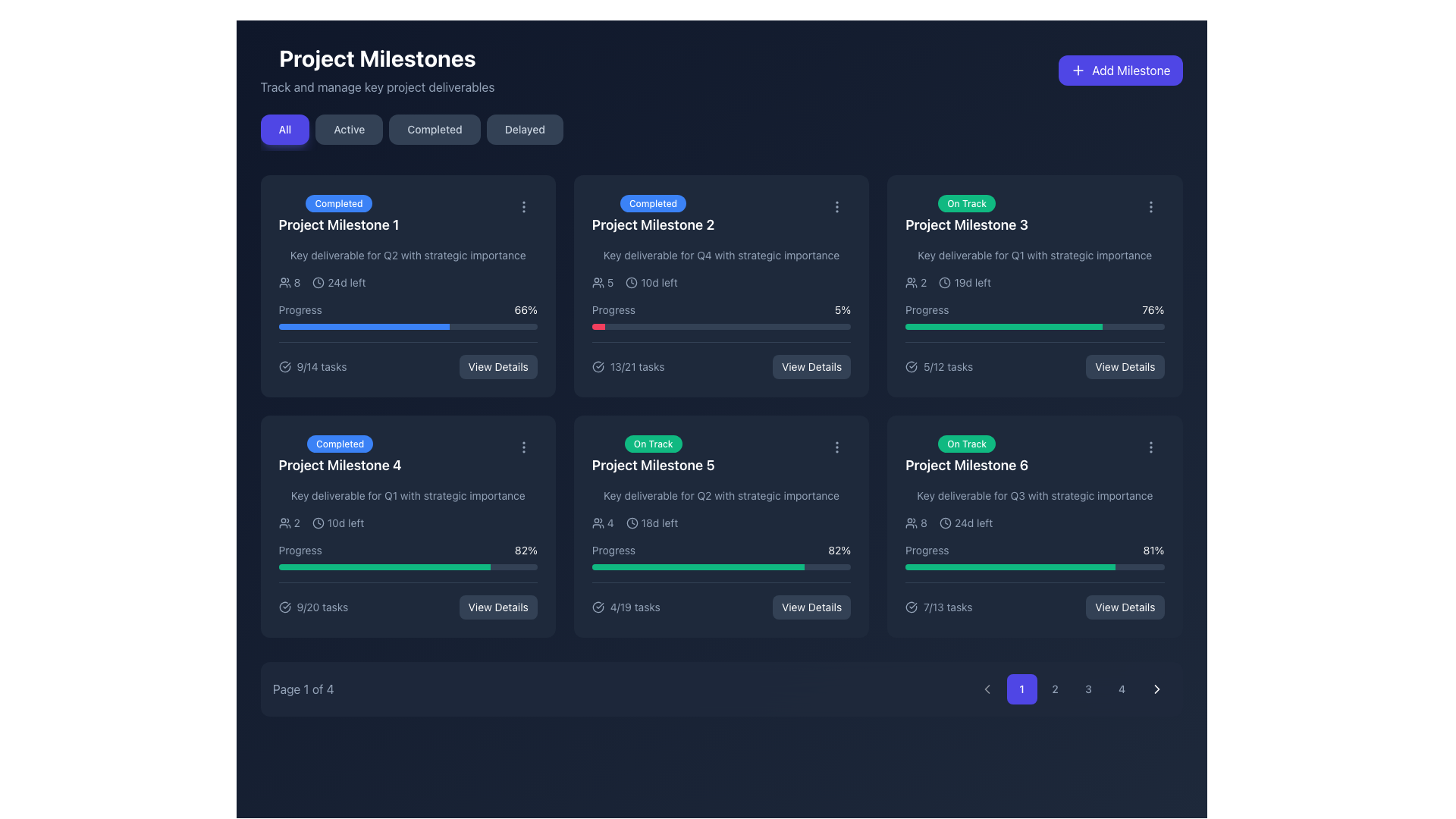 This screenshot has height=819, width=1456. What do you see at coordinates (1034, 556) in the screenshot?
I see `the visually represented completion progress of the Progress bar indicating 81% completion, located within the 'Project Milestone 6' card` at bounding box center [1034, 556].